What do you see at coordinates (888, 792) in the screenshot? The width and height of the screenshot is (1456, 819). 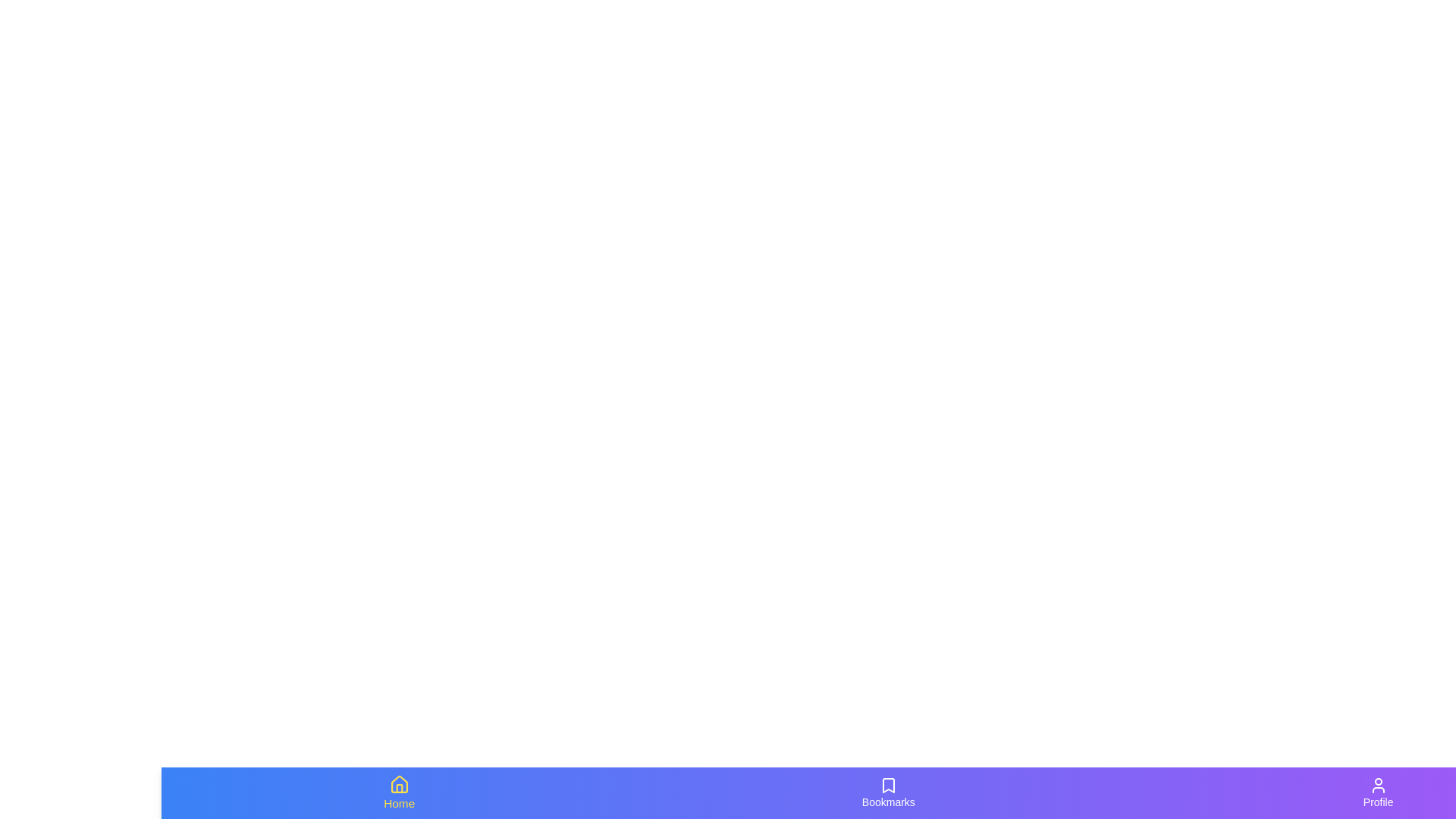 I see `the Bookmarks icon to observe its hover effect` at bounding box center [888, 792].